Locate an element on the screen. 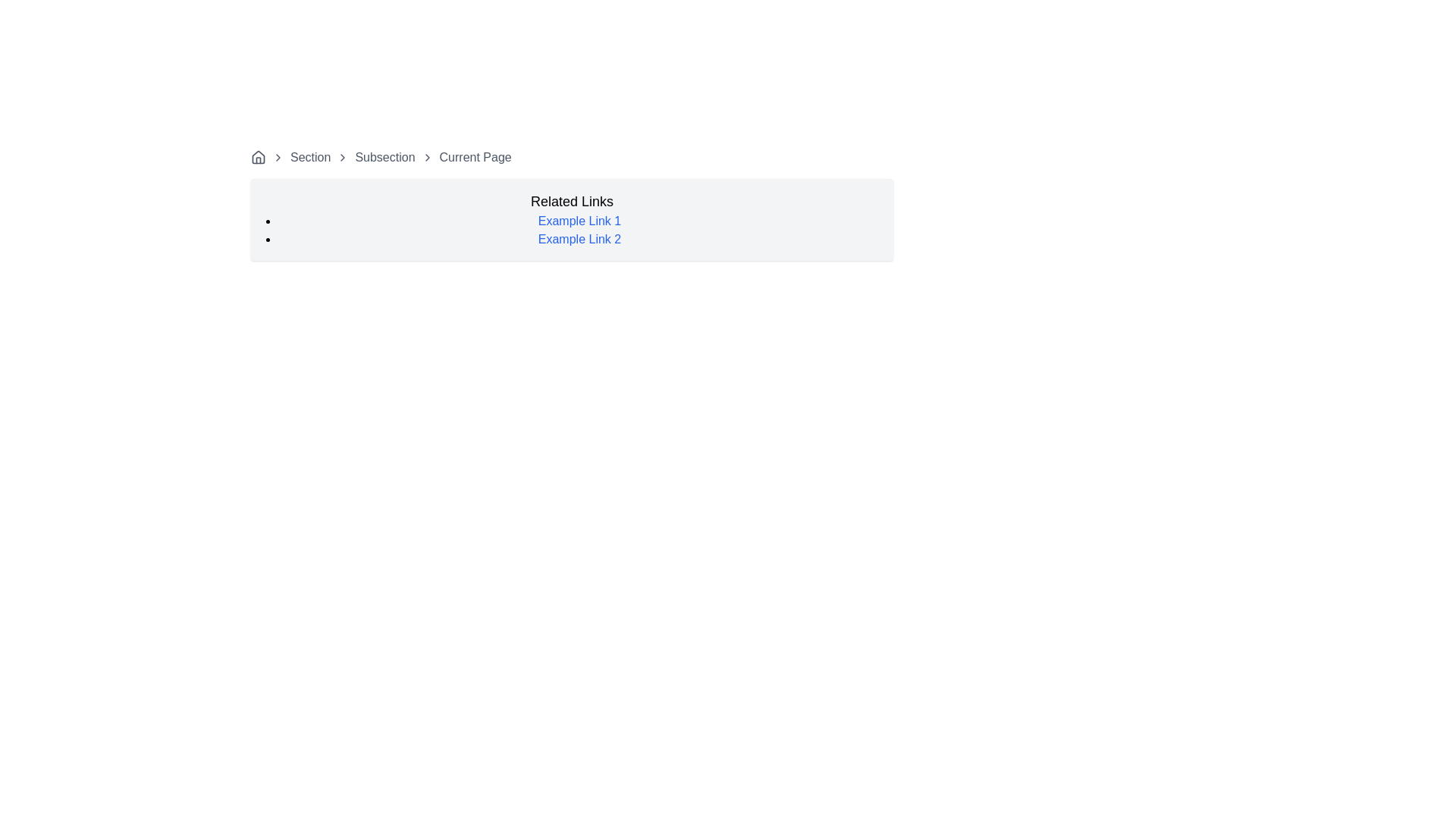  the light-gray rectangular Informational panel labeled 'Related Links' that contains interactive links 'Example Link 1' and 'Example Link 2' is located at coordinates (571, 219).